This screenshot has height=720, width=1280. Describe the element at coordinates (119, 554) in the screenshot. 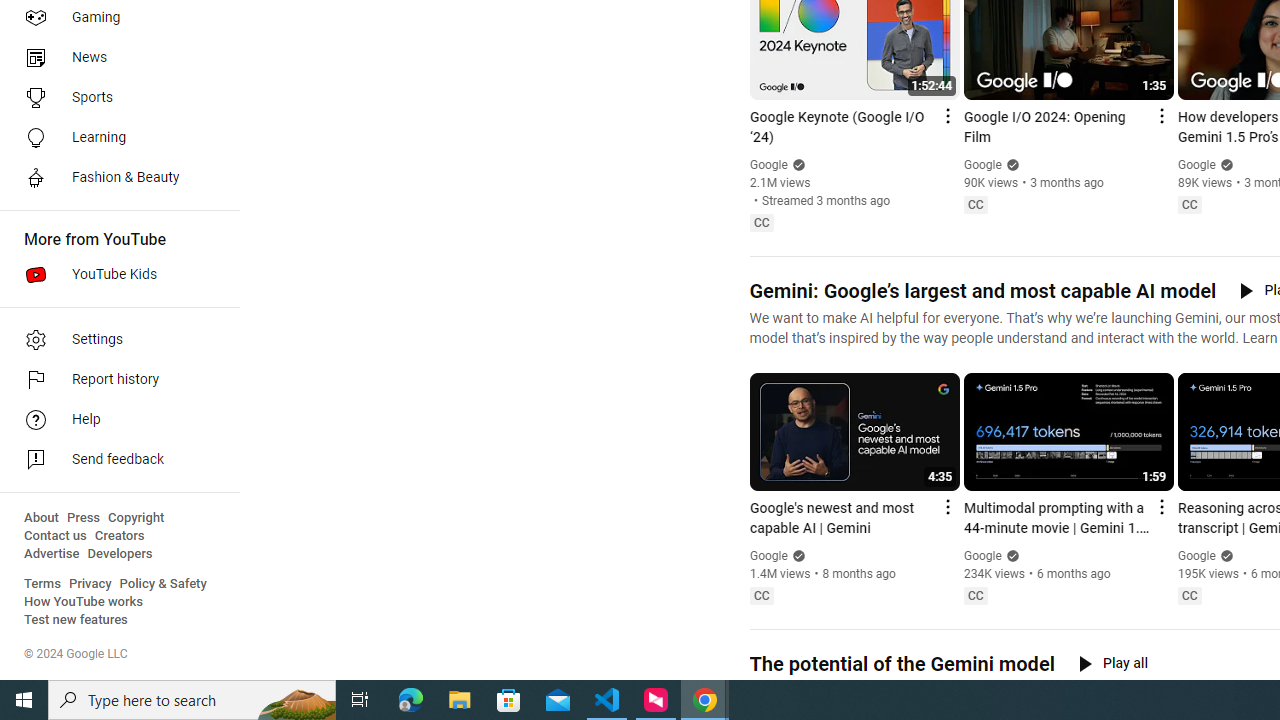

I see `'Developers'` at that location.